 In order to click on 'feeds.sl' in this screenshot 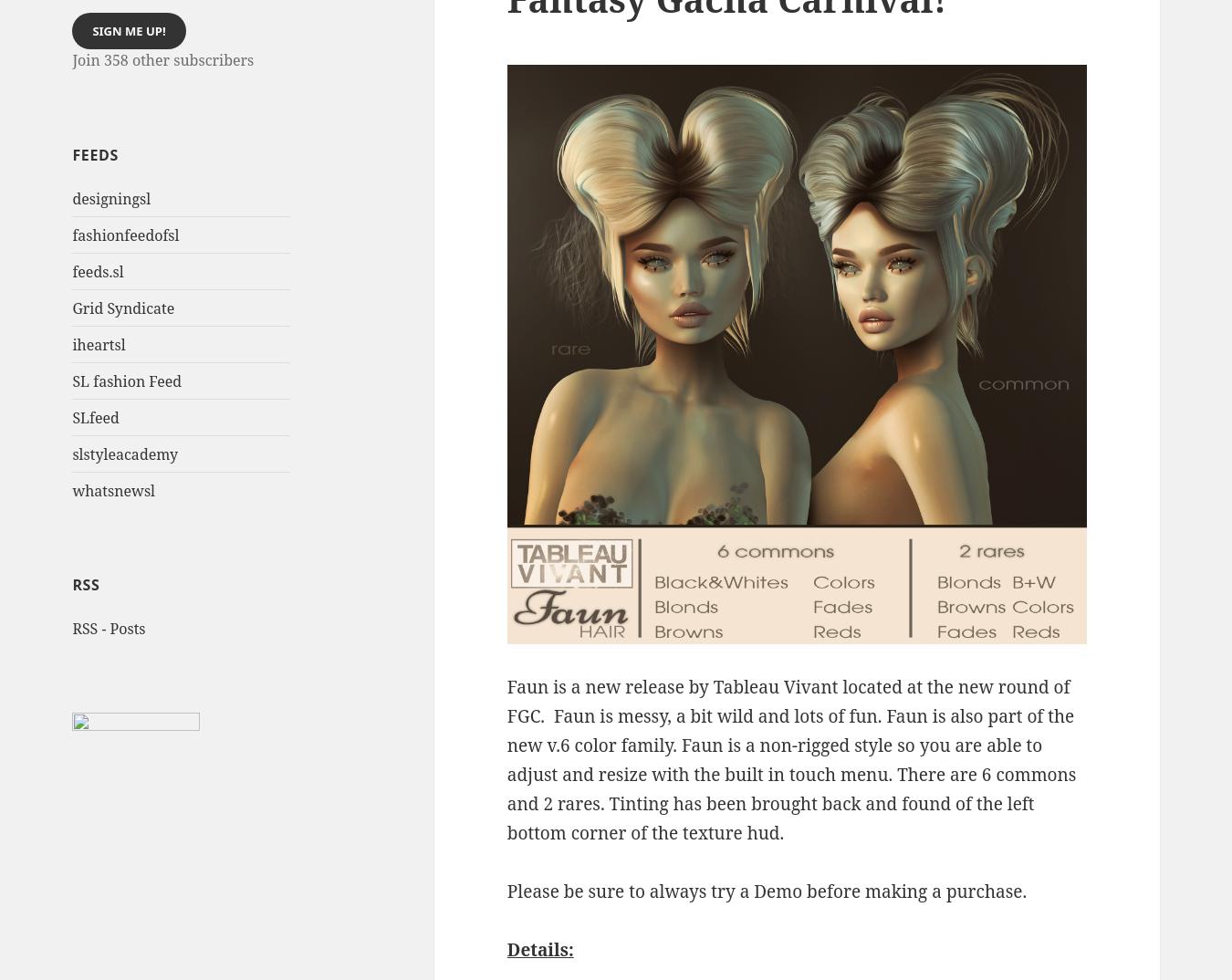, I will do `click(97, 270)`.